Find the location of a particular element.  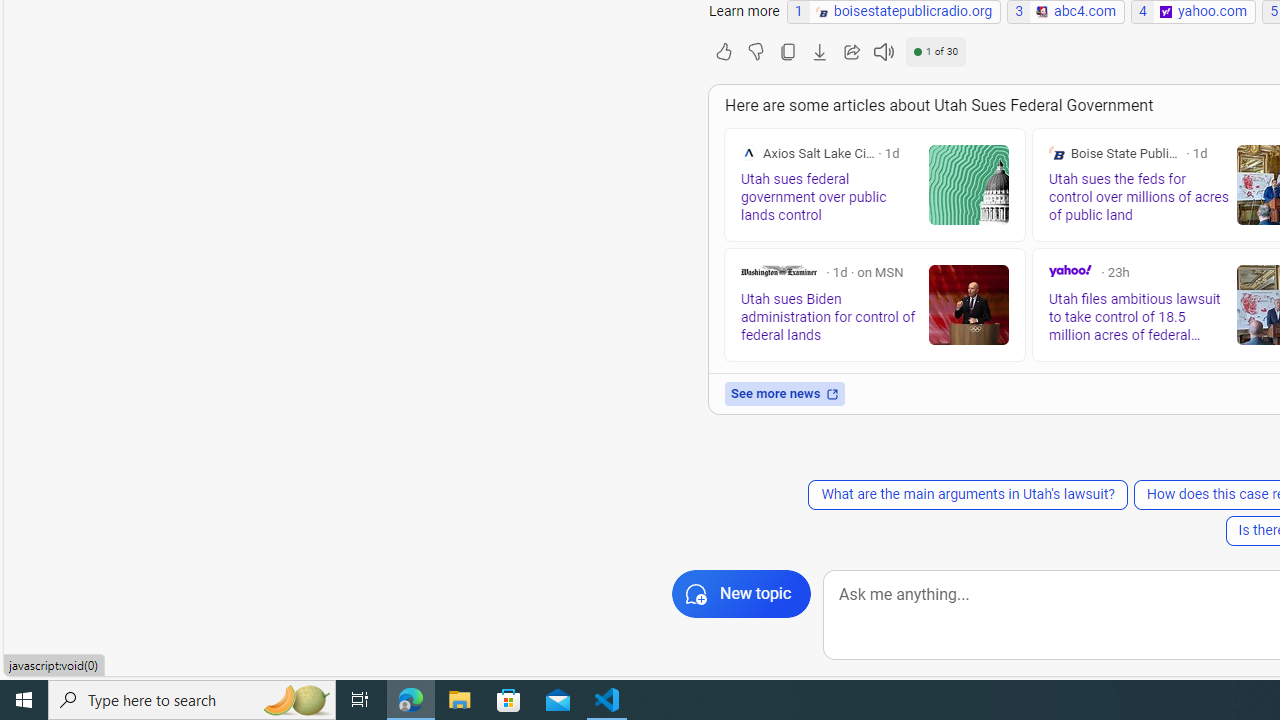

'See more news' is located at coordinates (784, 394).